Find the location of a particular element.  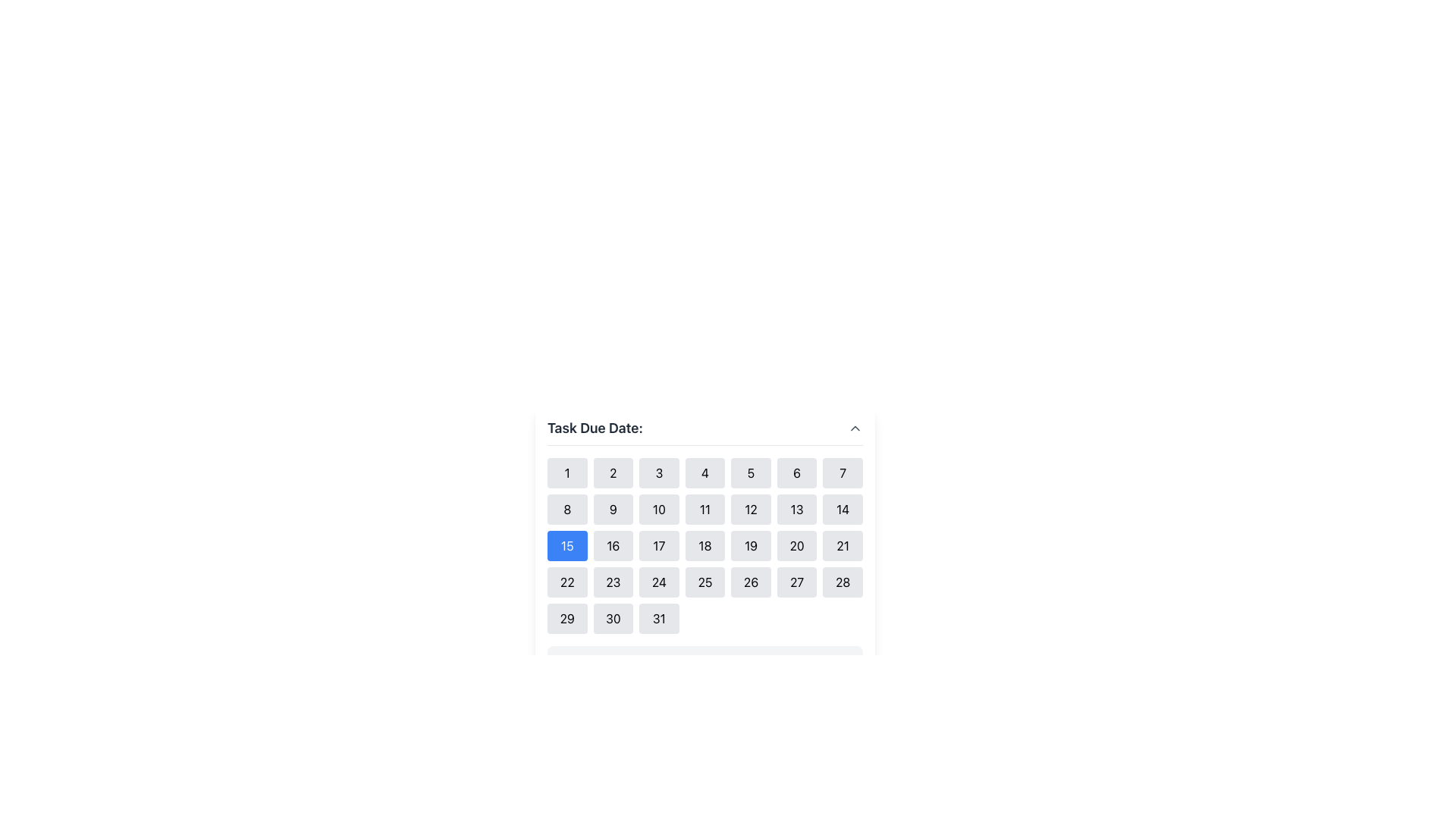

the square button with a light gray background and the number '26' in black text is located at coordinates (751, 581).